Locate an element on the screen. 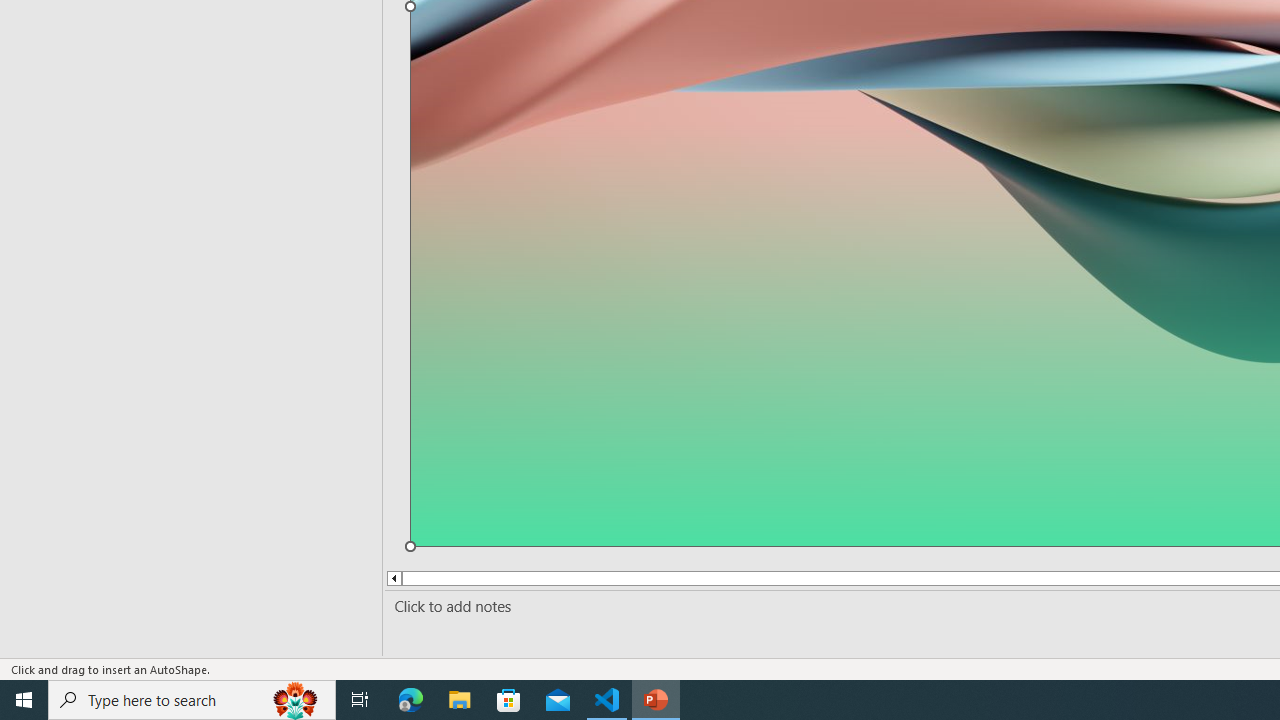 Image resolution: width=1280 pixels, height=720 pixels. 'Search highlights icon opens search home window' is located at coordinates (294, 698).